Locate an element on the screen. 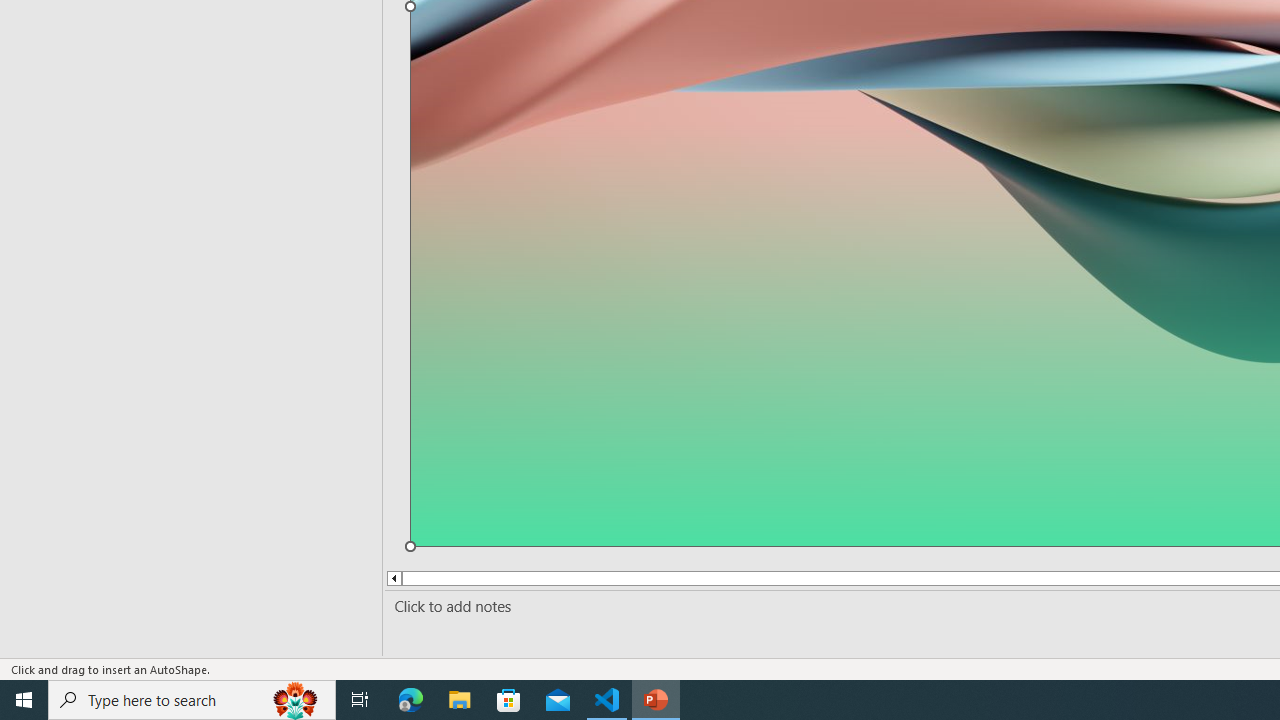 Image resolution: width=1280 pixels, height=720 pixels. 'Search highlights icon opens search home window' is located at coordinates (294, 698).